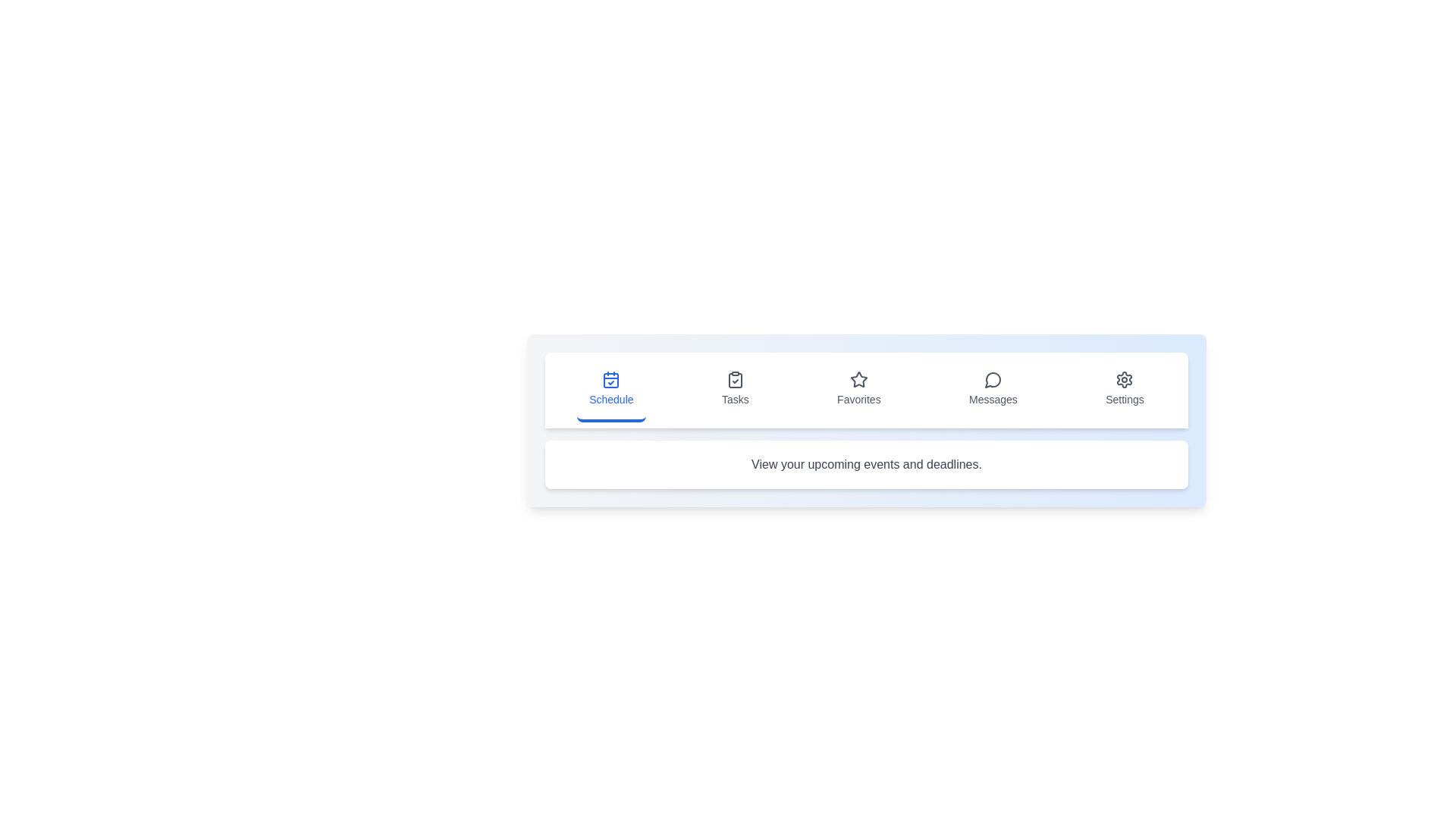 The image size is (1456, 819). I want to click on the tab labeled Settings, so click(1125, 390).